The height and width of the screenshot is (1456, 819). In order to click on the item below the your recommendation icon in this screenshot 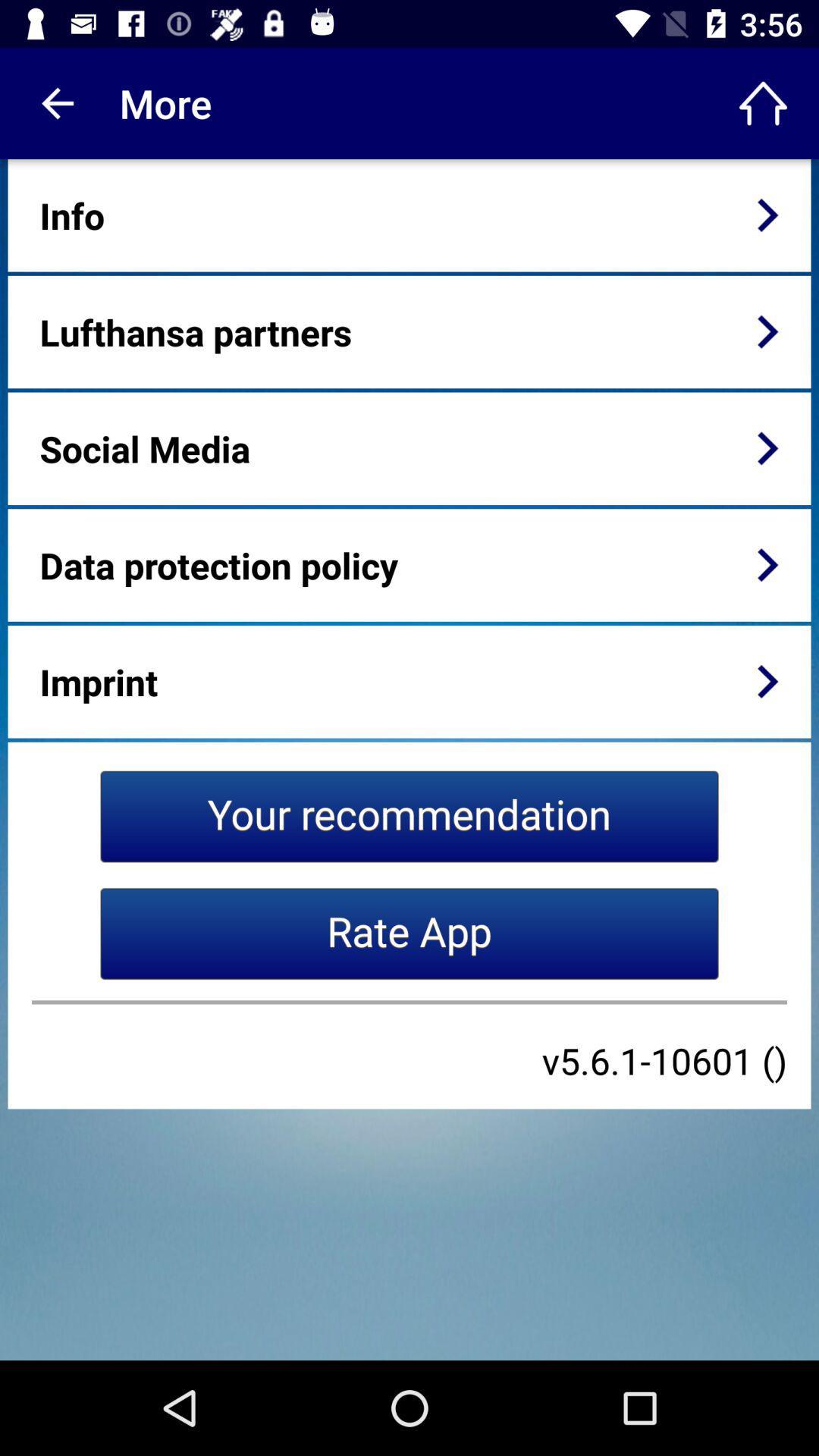, I will do `click(409, 933)`.